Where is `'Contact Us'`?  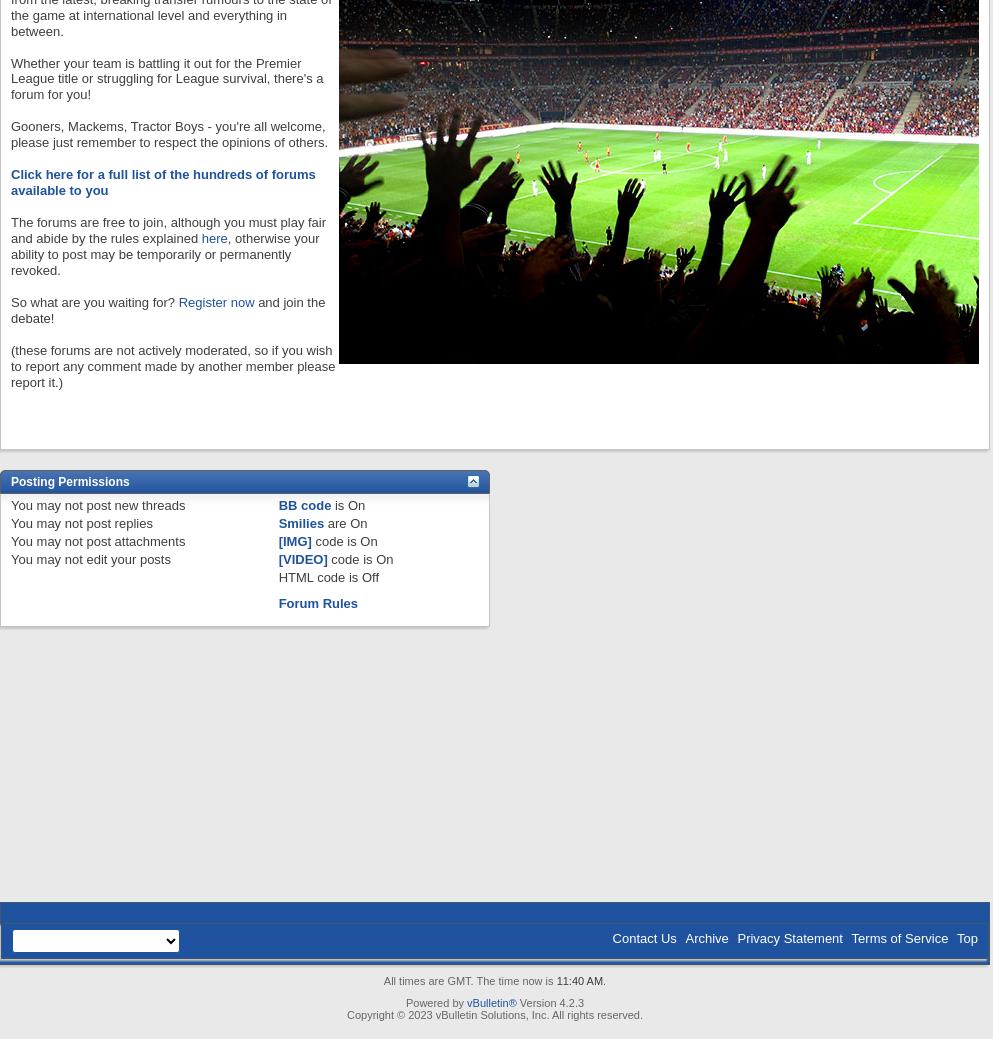
'Contact Us' is located at coordinates (642, 938).